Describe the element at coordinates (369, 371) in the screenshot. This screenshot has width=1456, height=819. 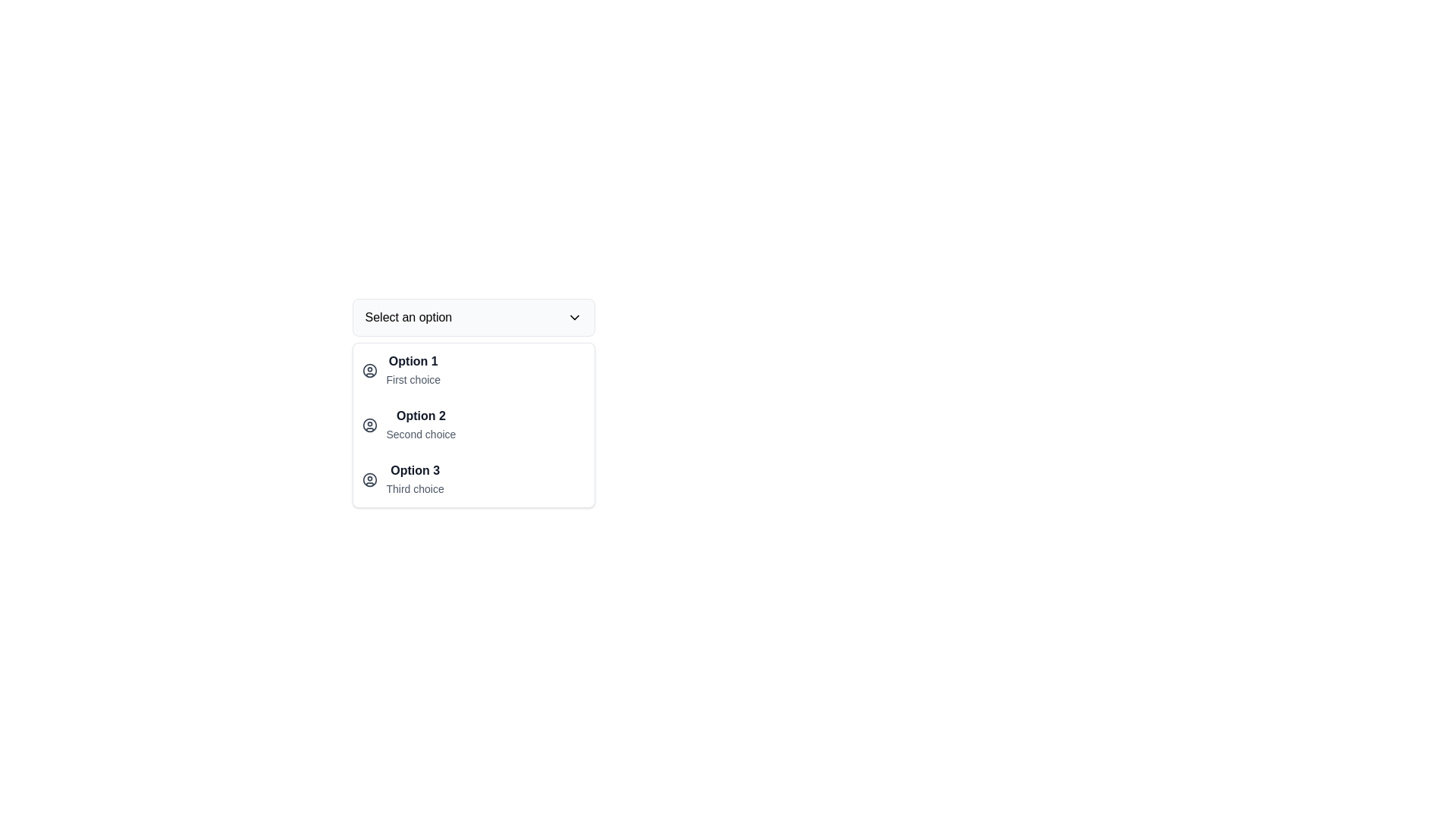
I see `the blue circle outline icon associated with 'Option 1' in the dropdown menu by hovering over it` at that location.